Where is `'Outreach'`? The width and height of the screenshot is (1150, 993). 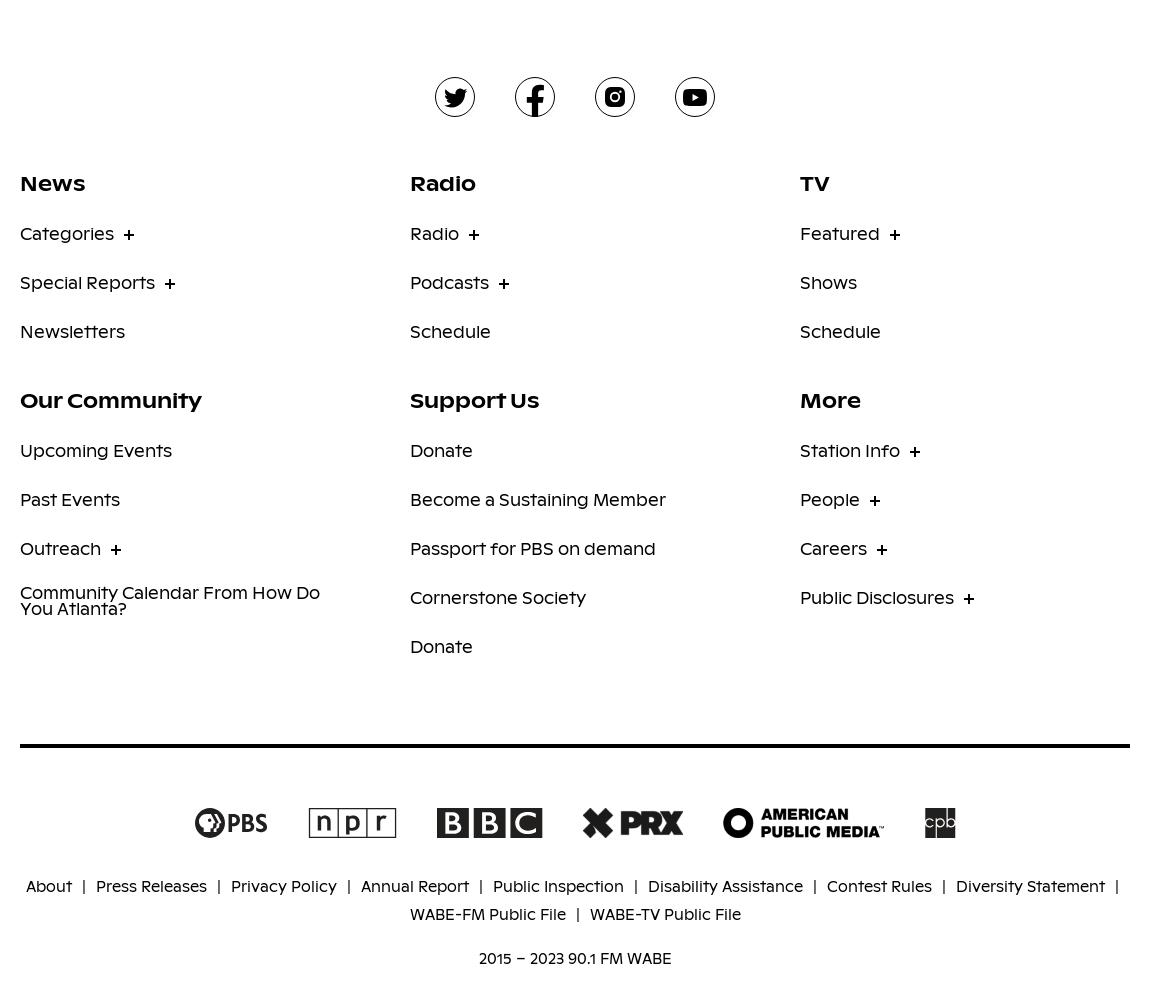 'Outreach' is located at coordinates (59, 547).